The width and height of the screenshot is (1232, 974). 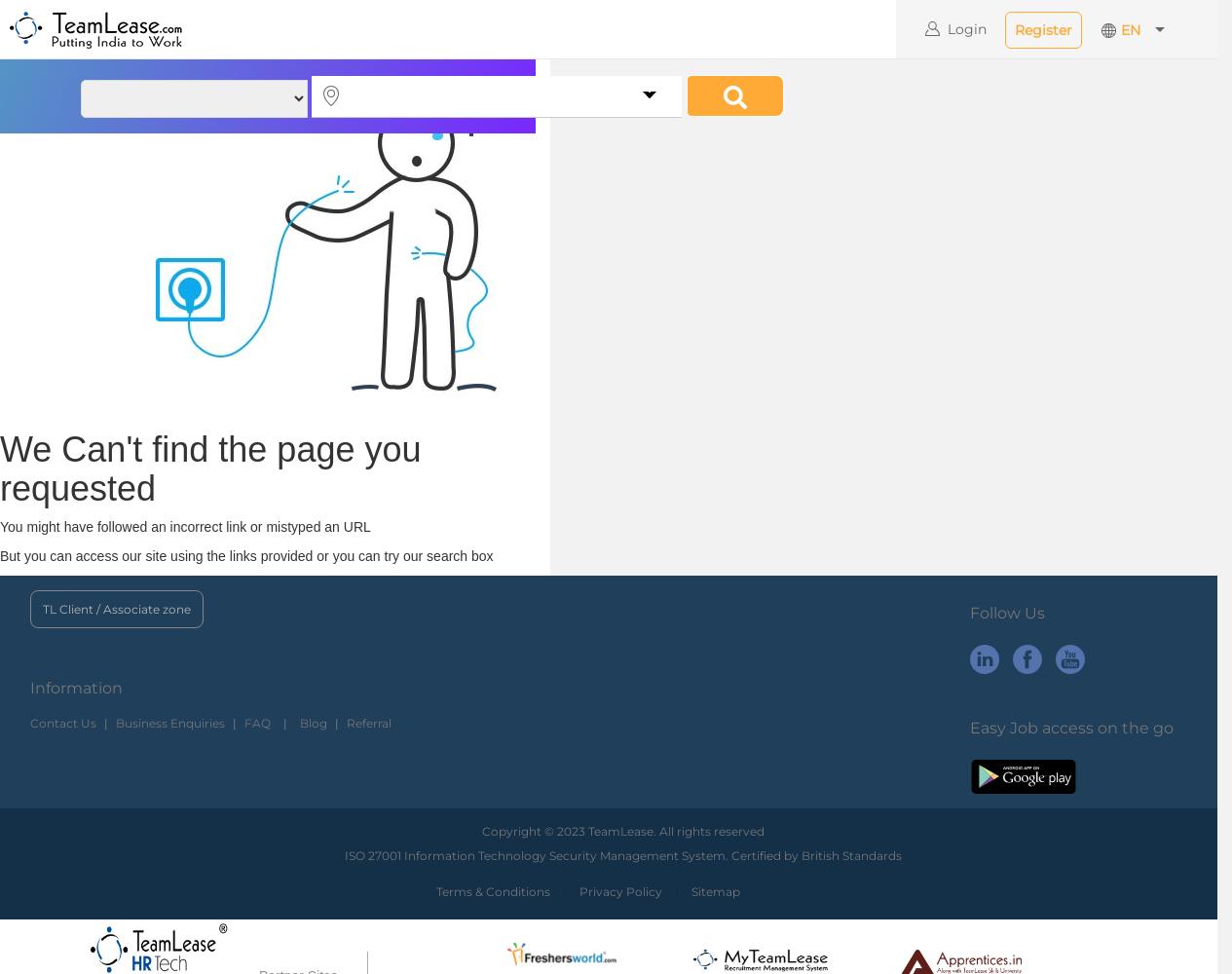 What do you see at coordinates (967, 29) in the screenshot?
I see `'Login'` at bounding box center [967, 29].